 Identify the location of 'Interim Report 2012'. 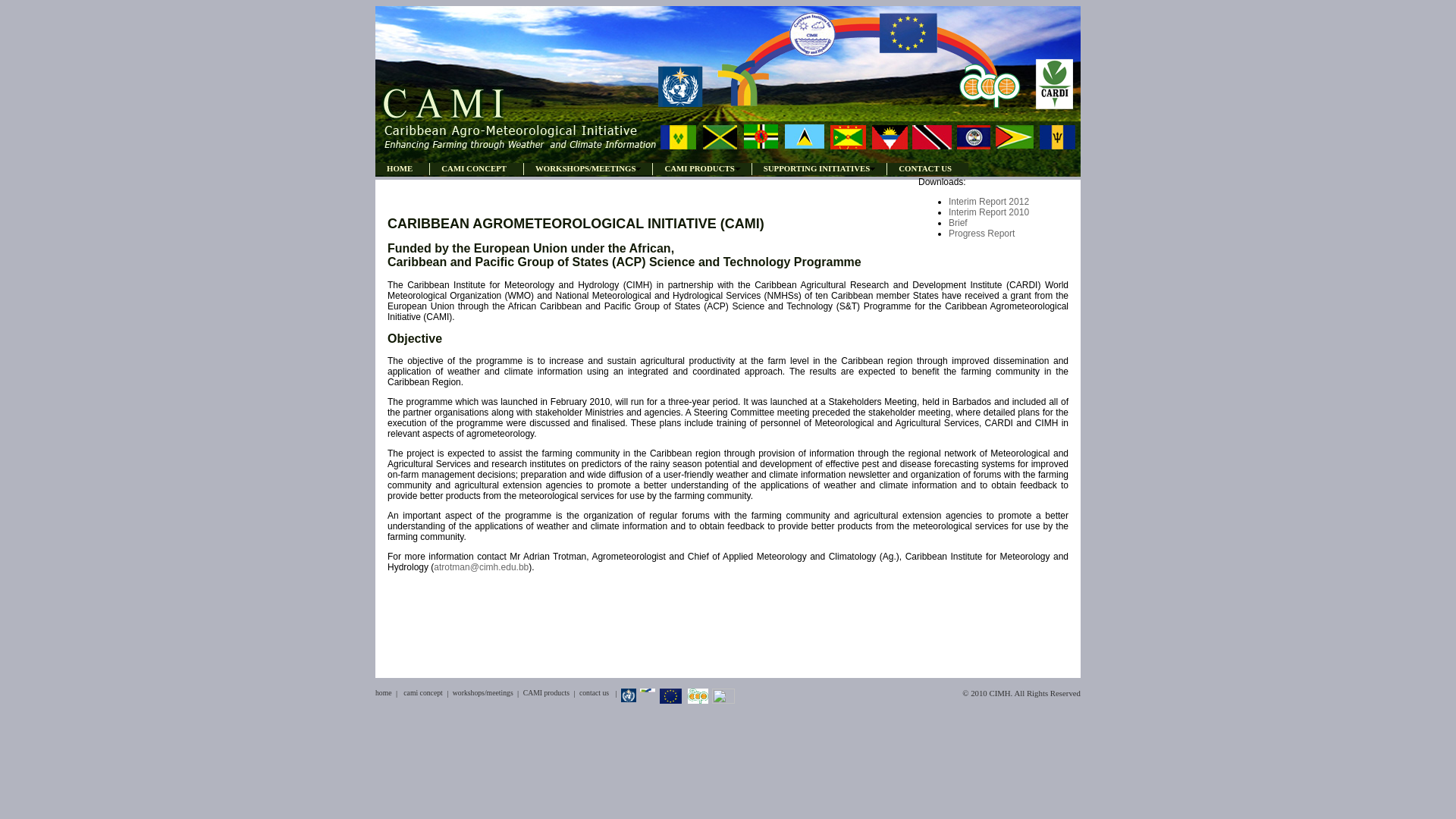
(948, 201).